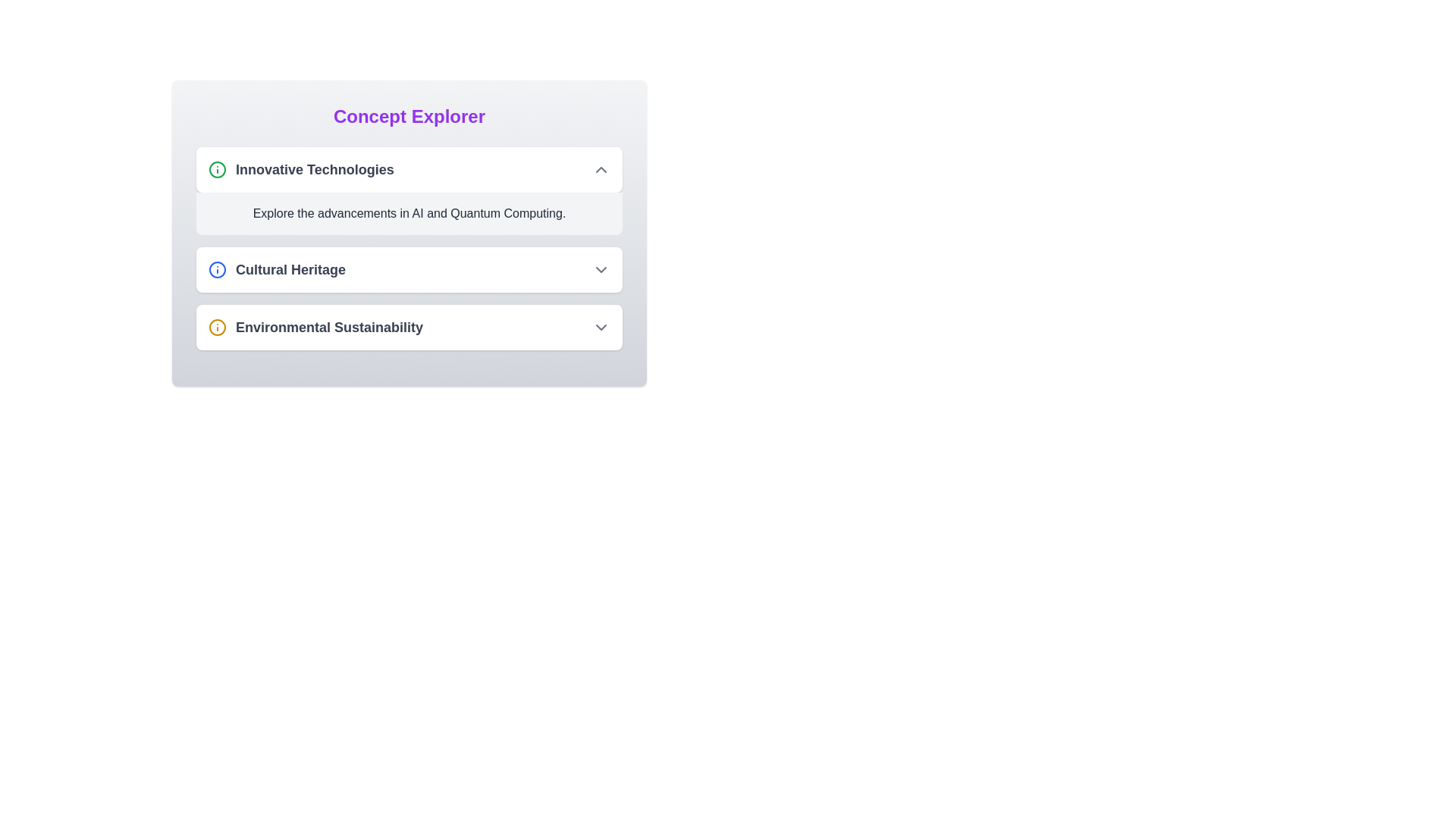 This screenshot has height=819, width=1456. Describe the element at coordinates (315, 327) in the screenshot. I see `the clickable text label or button titled 'Environmental Sustainability'` at that location.